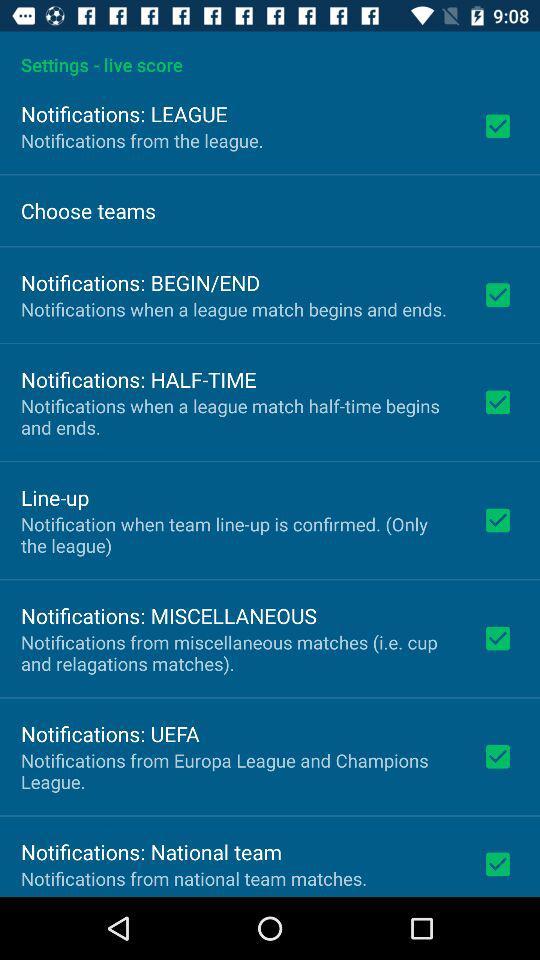  What do you see at coordinates (270, 53) in the screenshot?
I see `the app above the notifications: league app` at bounding box center [270, 53].